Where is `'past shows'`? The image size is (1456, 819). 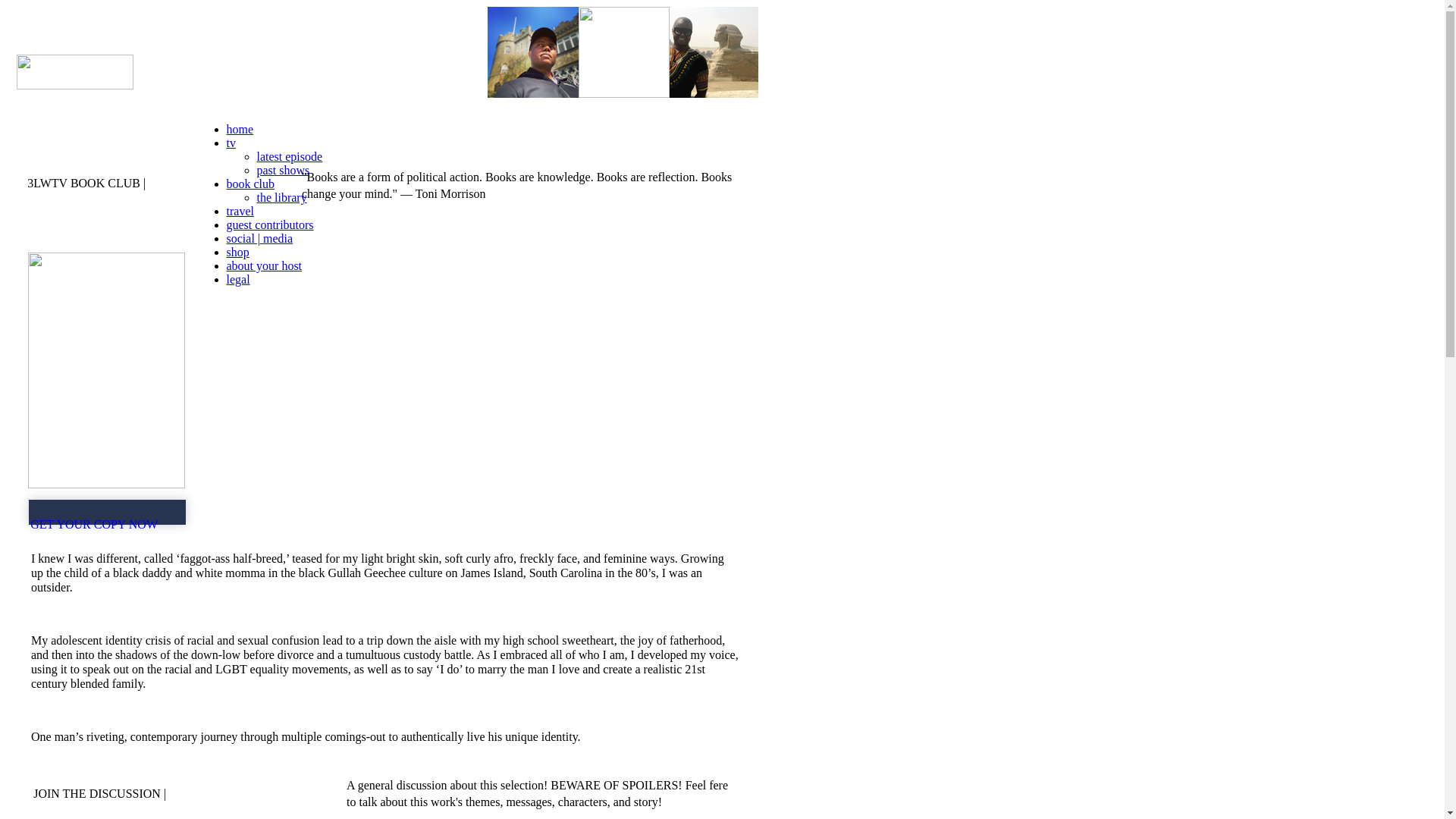 'past shows' is located at coordinates (283, 170).